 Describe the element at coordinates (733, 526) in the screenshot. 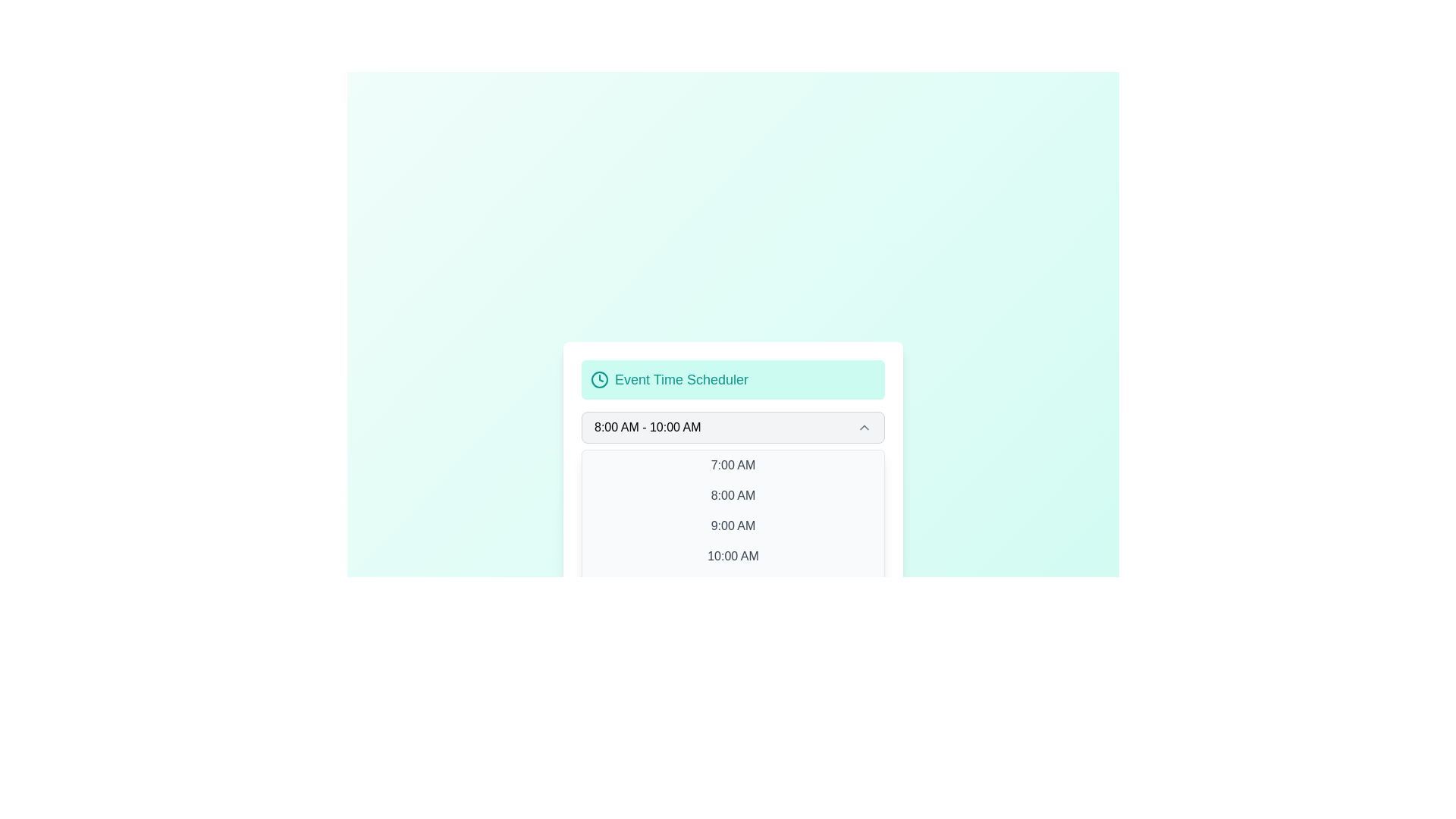

I see `the third row of the dropdown menu labeled '9:00 AM'` at that location.